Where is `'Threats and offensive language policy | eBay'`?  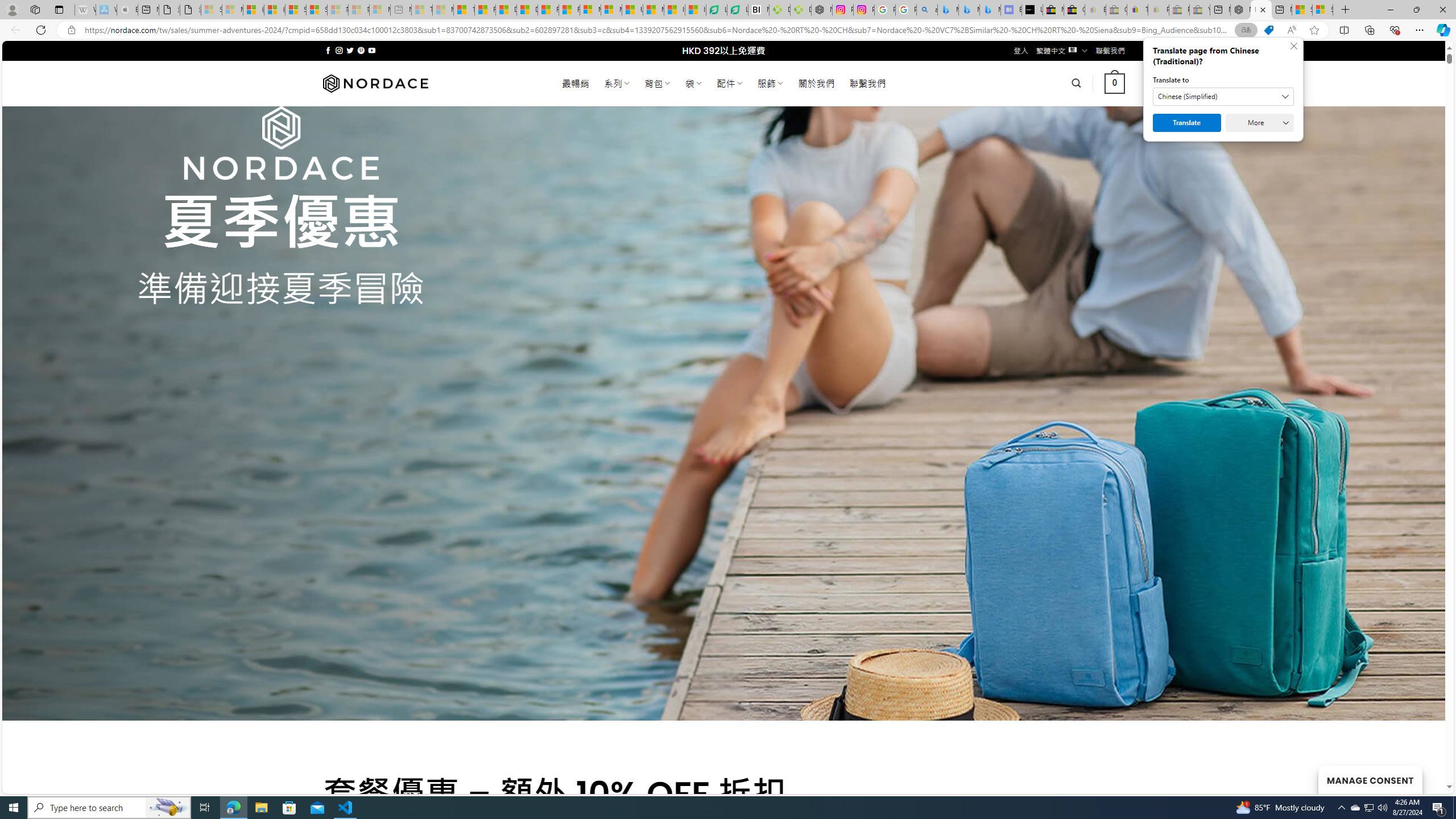
'Threats and offensive language policy | eBay' is located at coordinates (1137, 9).